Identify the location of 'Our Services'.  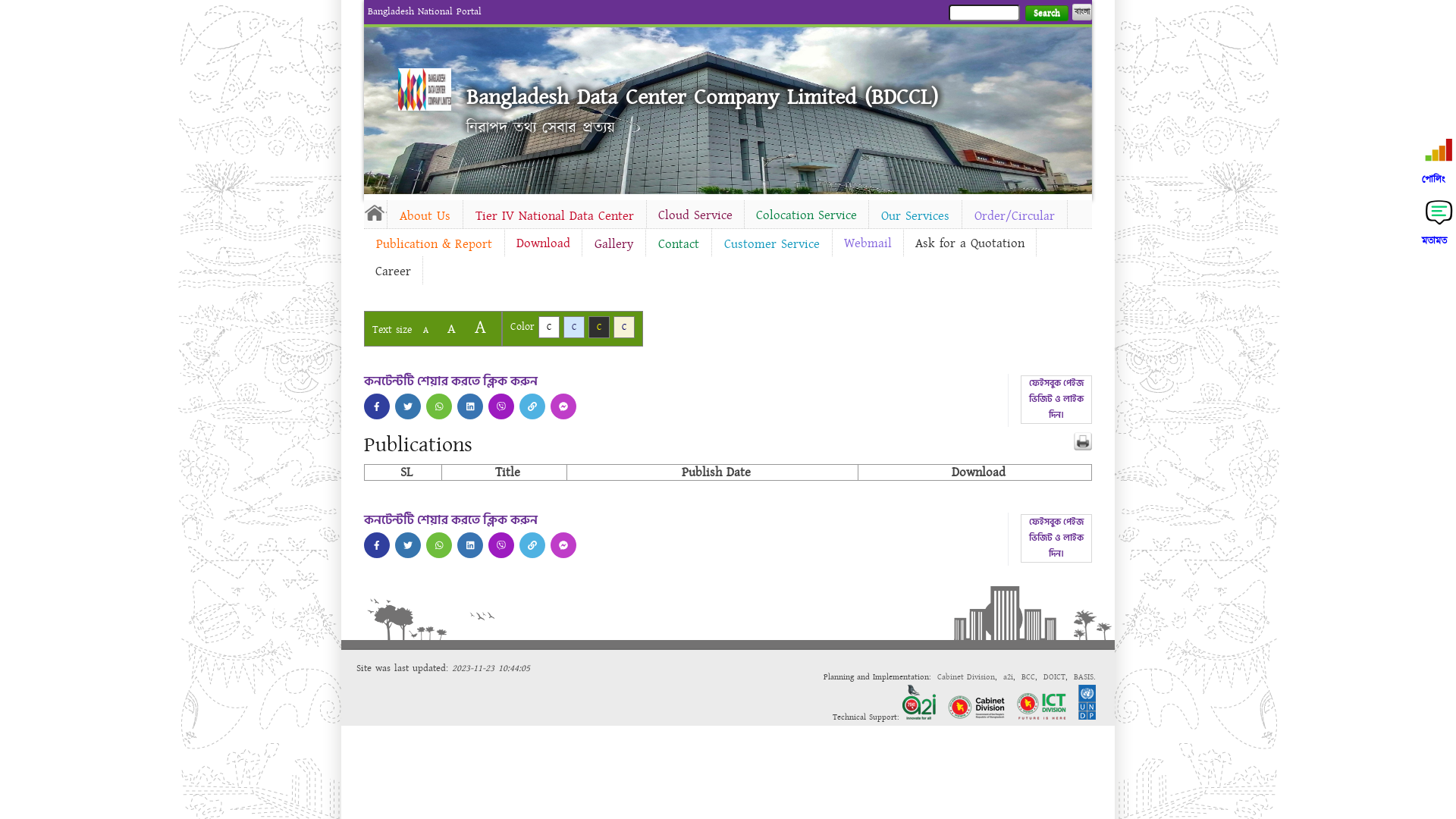
(914, 216).